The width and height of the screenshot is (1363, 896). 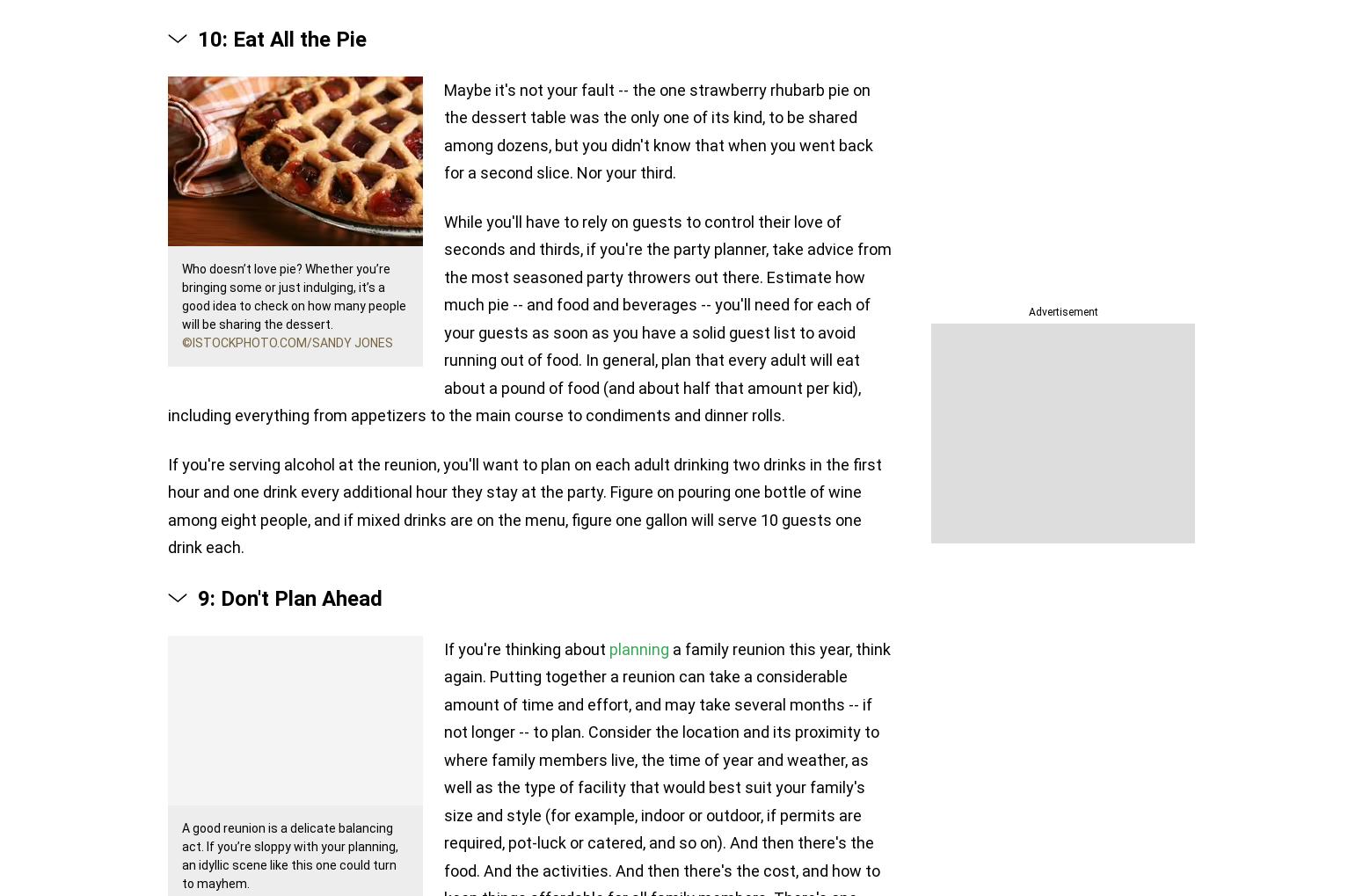 I want to click on 'Who doesn’t love pie? Whether you’re bringing some or just indulging, it’s a good idea to check on how many people will be sharing the dessert.', so click(x=180, y=295).